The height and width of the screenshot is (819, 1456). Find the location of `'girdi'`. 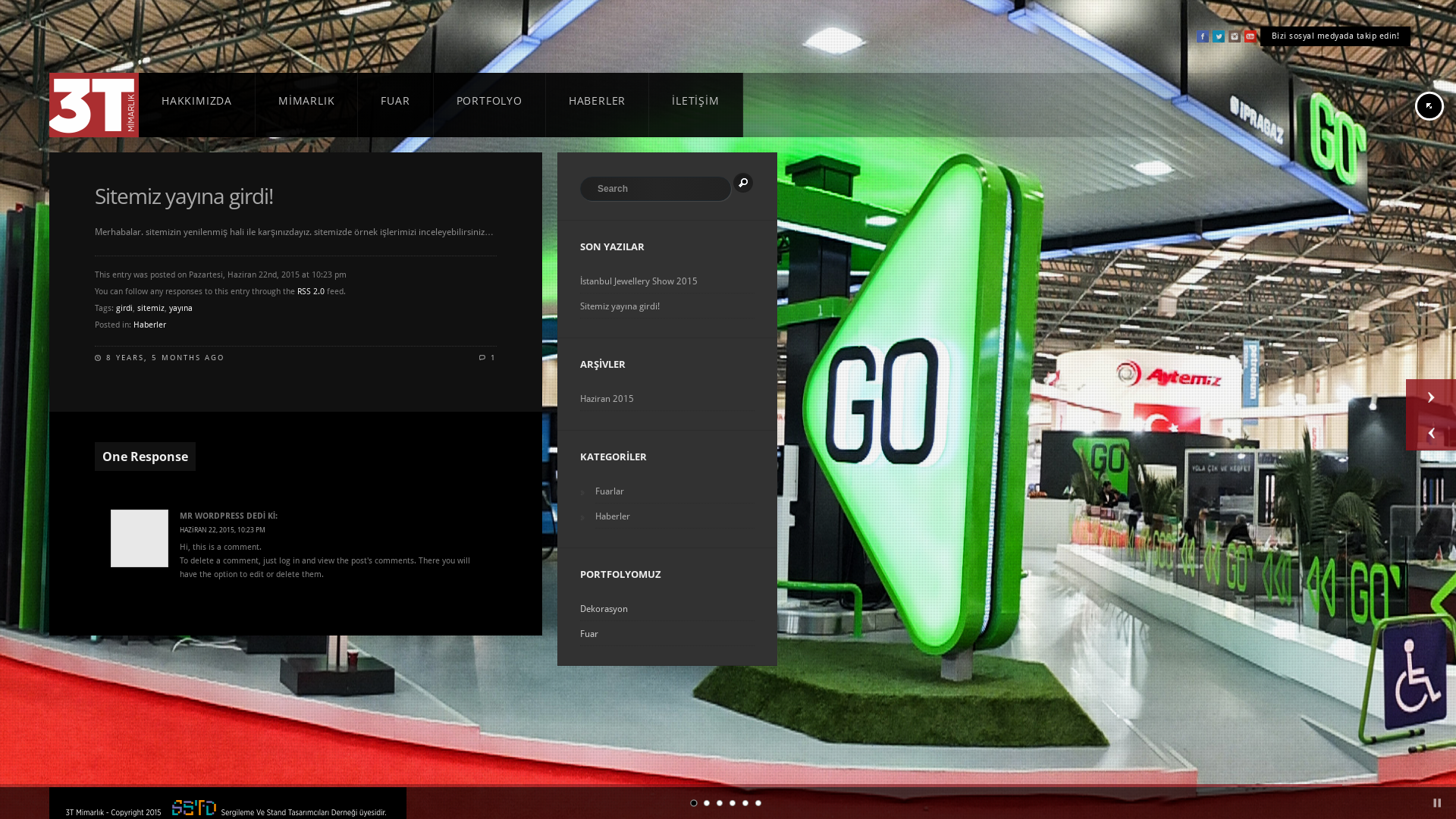

'girdi' is located at coordinates (124, 307).